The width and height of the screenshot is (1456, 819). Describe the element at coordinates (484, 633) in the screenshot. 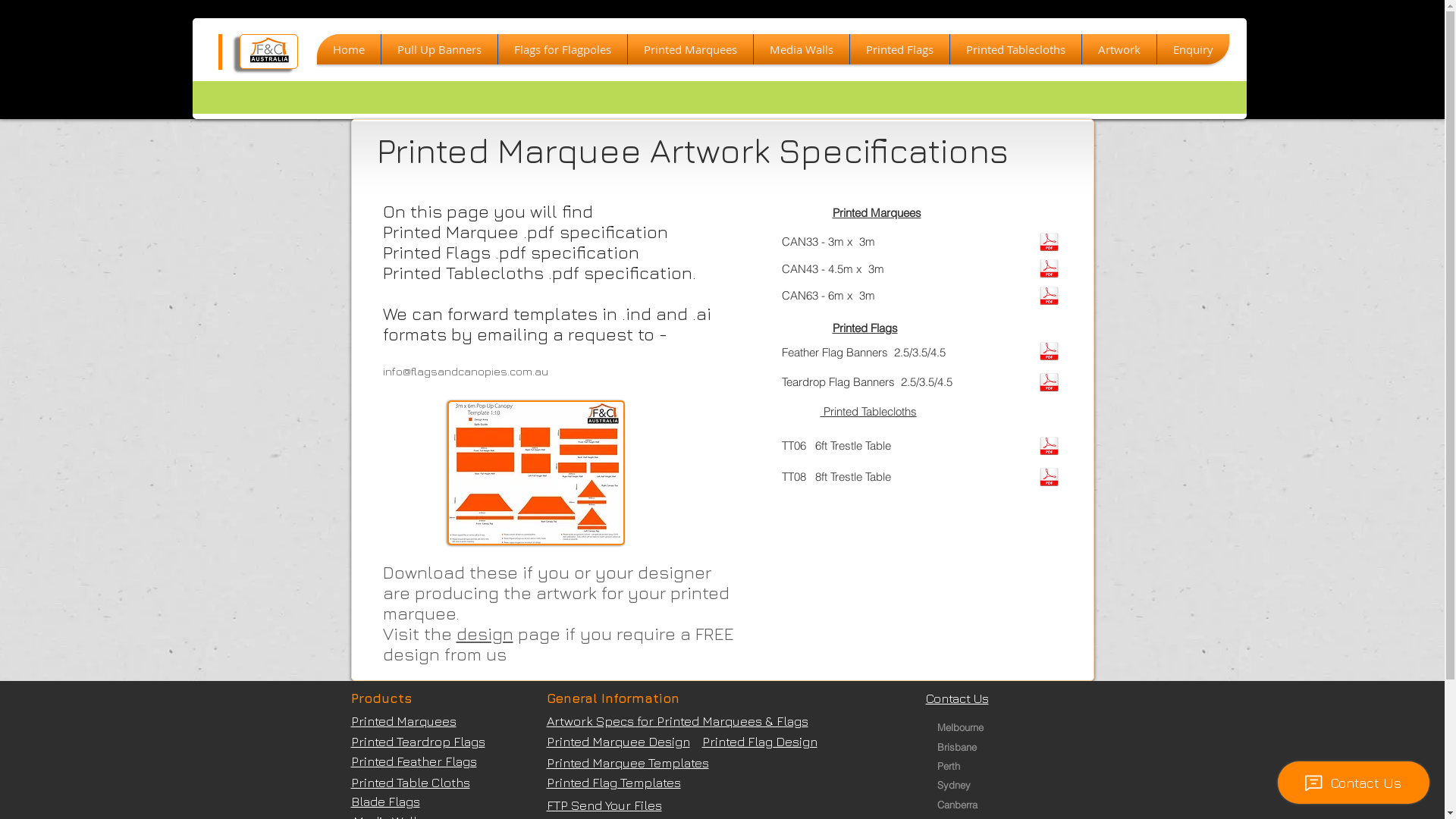

I see `'design'` at that location.